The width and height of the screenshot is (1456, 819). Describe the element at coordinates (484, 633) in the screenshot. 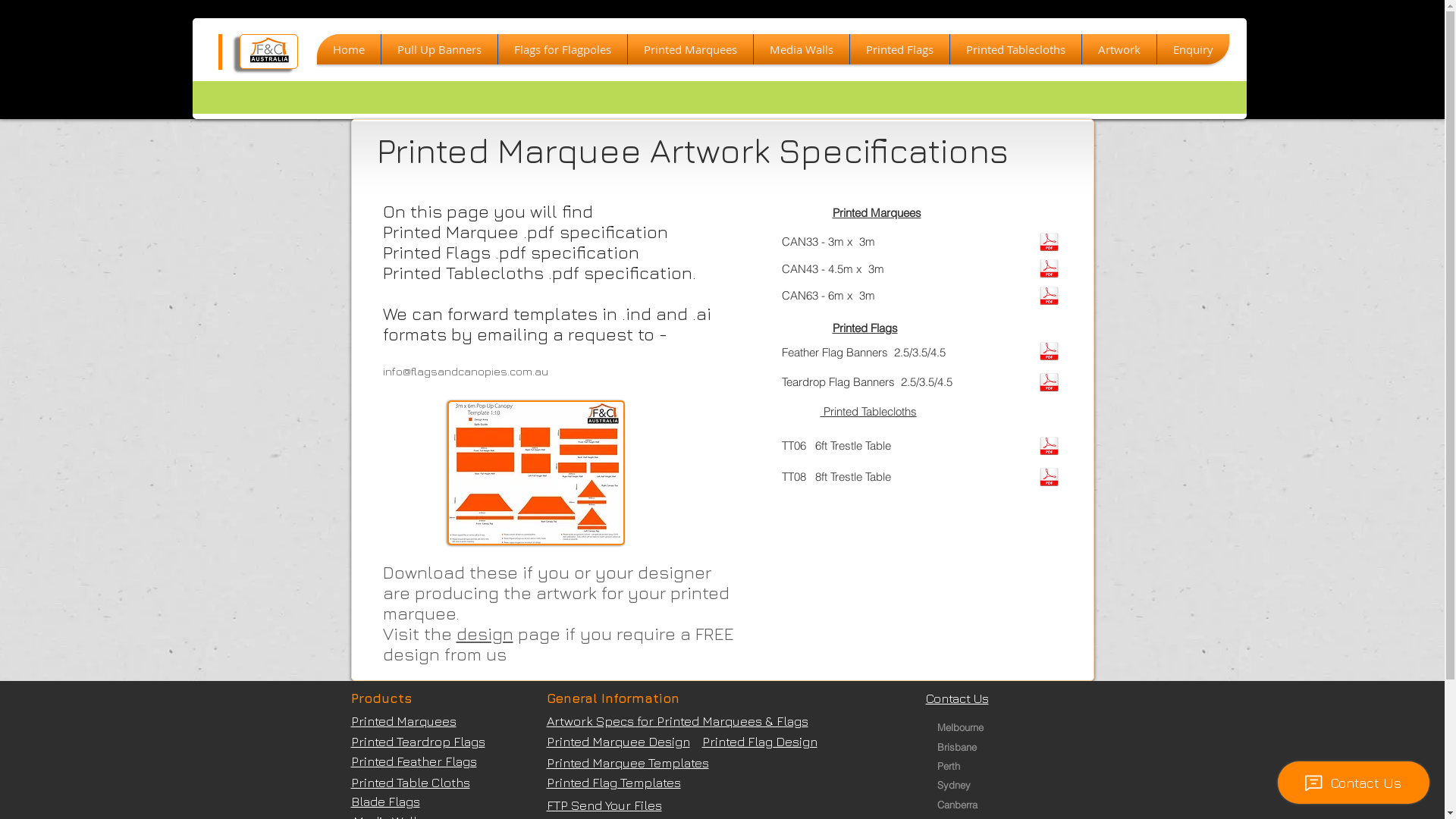

I see `'design'` at that location.